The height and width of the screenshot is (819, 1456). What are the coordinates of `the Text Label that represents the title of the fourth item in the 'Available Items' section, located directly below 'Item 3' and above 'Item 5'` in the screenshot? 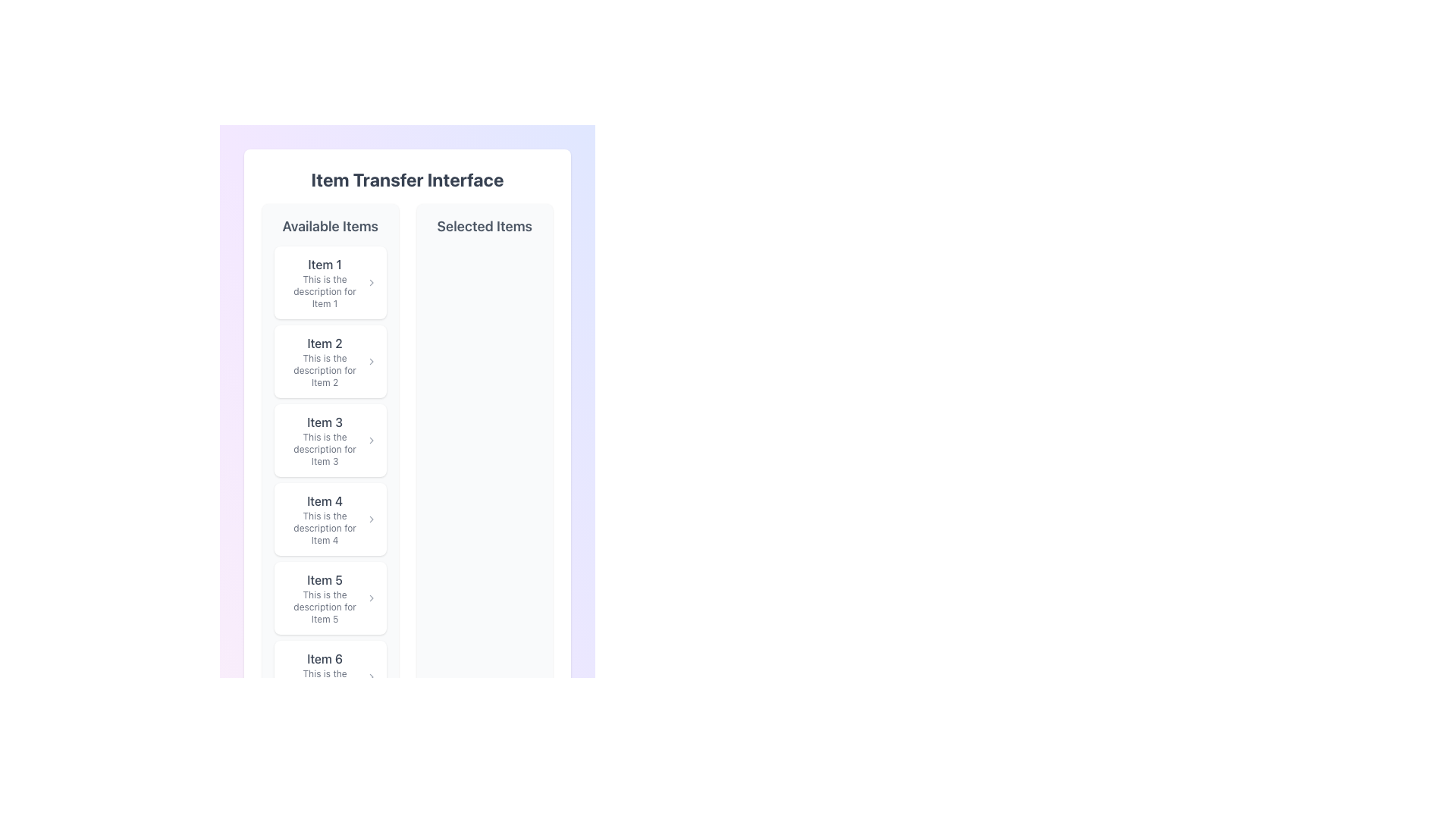 It's located at (324, 500).